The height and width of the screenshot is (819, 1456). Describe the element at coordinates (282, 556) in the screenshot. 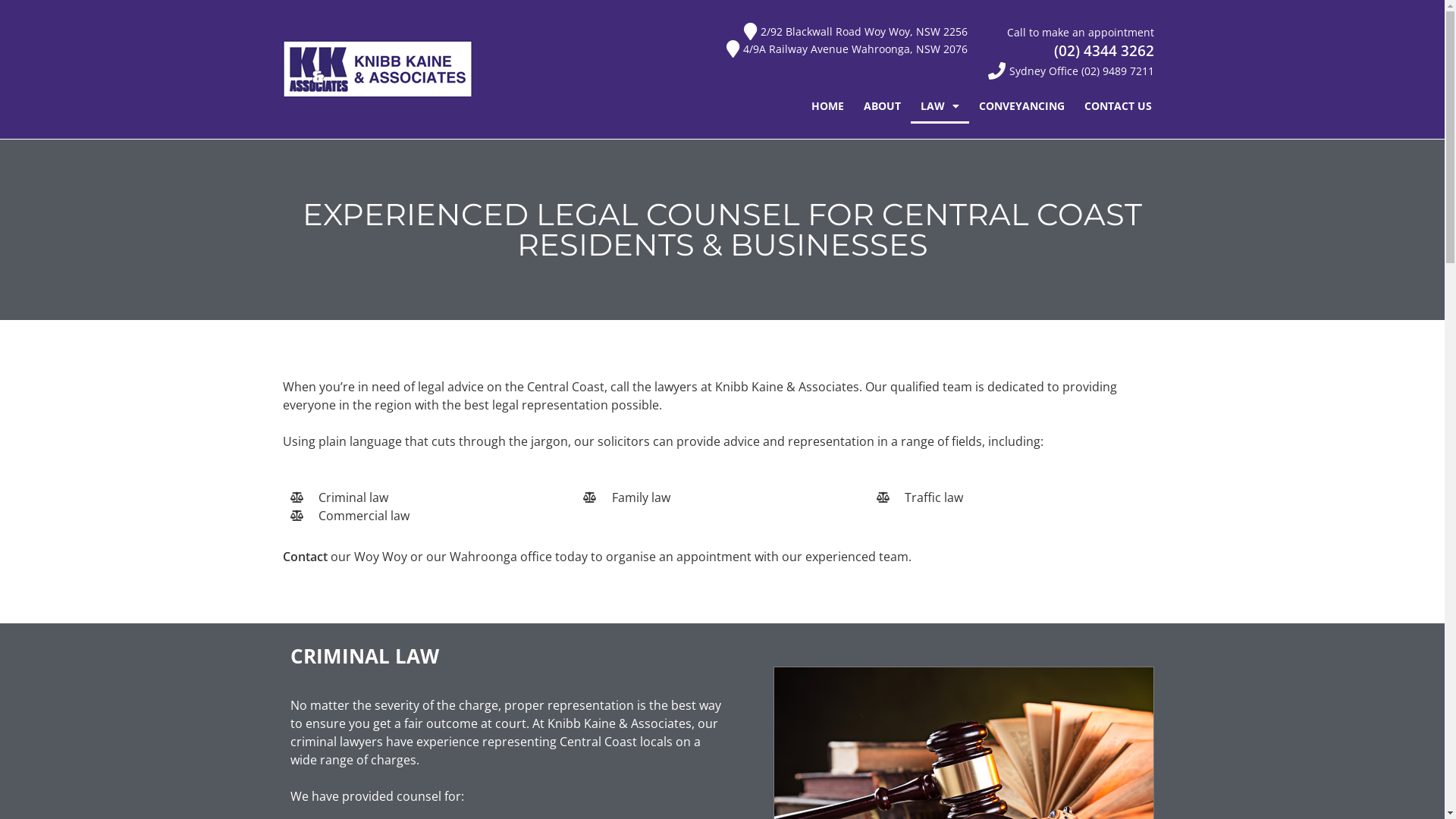

I see `'Contact'` at that location.